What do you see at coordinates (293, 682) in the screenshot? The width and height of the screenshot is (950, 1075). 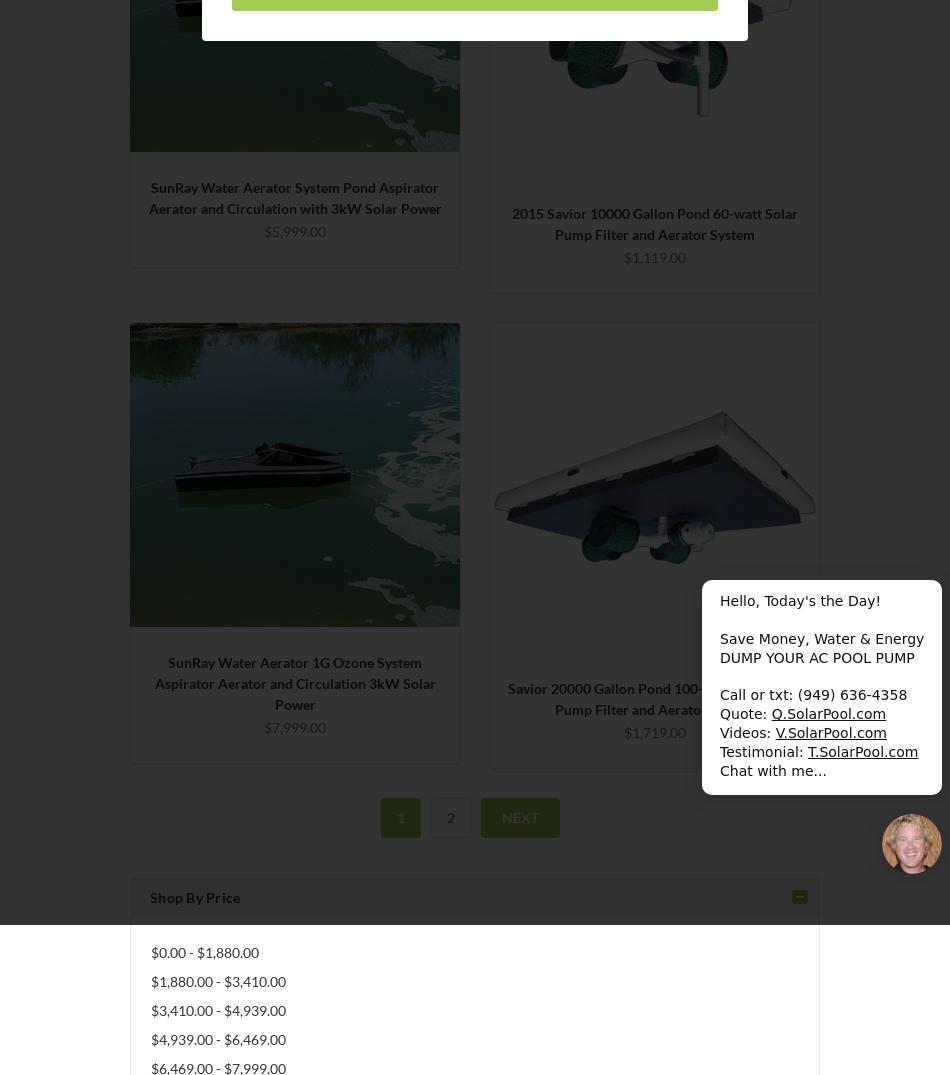 I see `'SunRay Water Aerator 1G Ozone System Aspirator Aerator and Circulation 3kW Solar Power'` at bounding box center [293, 682].